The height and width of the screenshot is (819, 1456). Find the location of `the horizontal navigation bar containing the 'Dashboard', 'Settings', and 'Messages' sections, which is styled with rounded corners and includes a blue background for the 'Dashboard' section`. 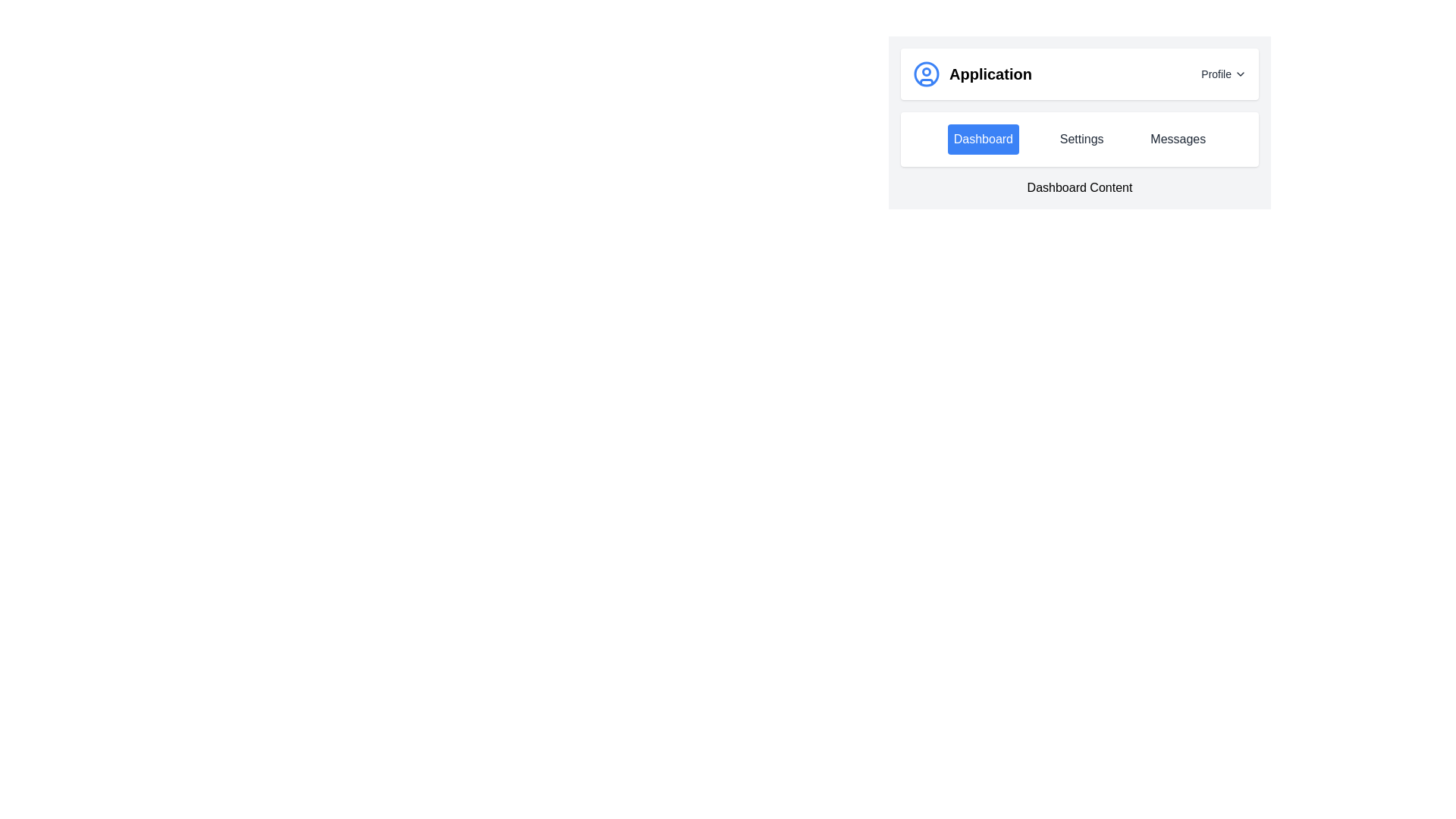

the horizontal navigation bar containing the 'Dashboard', 'Settings', and 'Messages' sections, which is styled with rounded corners and includes a blue background for the 'Dashboard' section is located at coordinates (1079, 140).